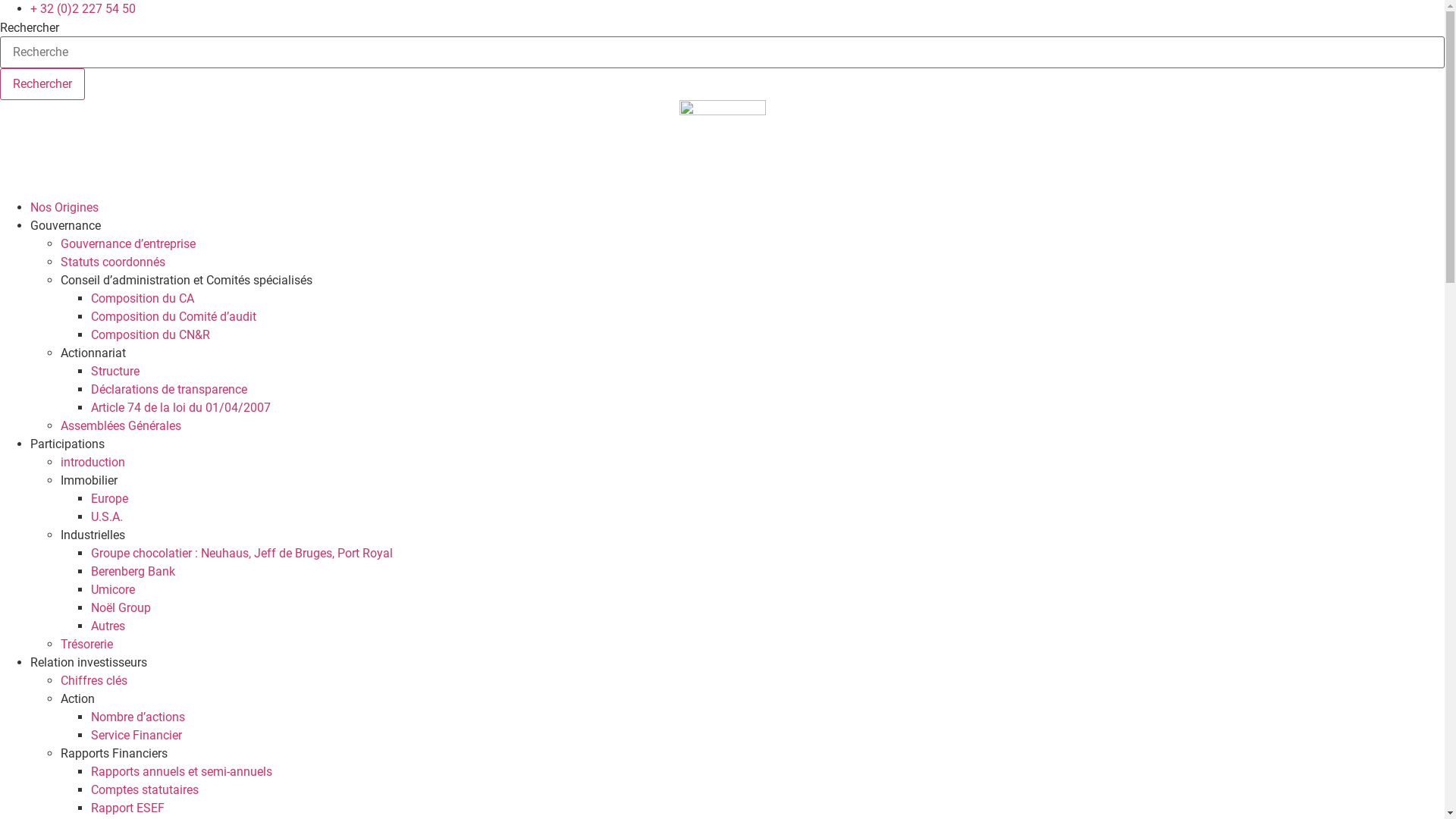 The width and height of the screenshot is (1456, 819). I want to click on 'Gouvernance', so click(64, 225).